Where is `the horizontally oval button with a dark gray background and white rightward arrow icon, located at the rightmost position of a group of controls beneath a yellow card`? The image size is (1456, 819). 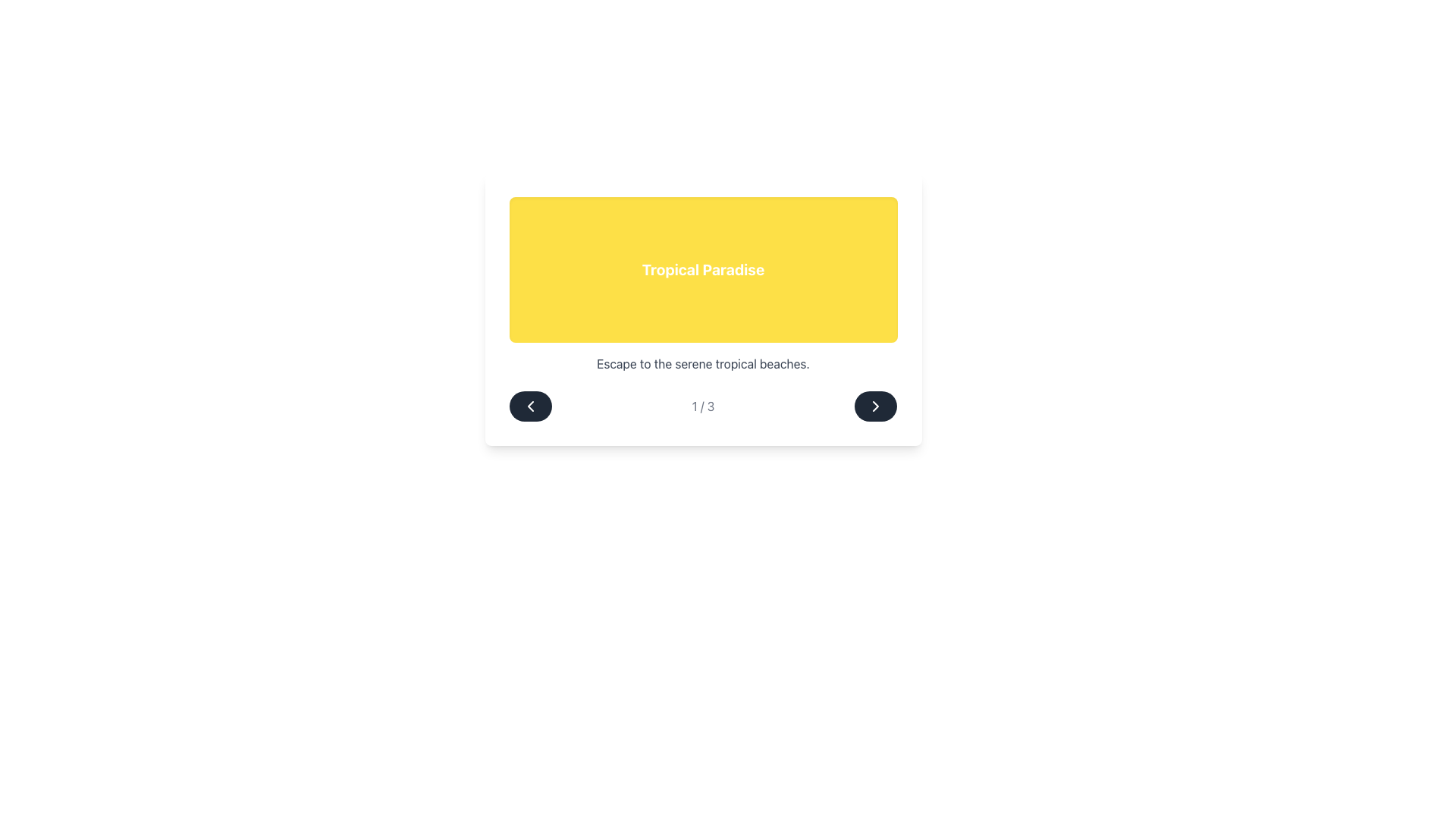
the horizontally oval button with a dark gray background and white rightward arrow icon, located at the rightmost position of a group of controls beneath a yellow card is located at coordinates (876, 406).